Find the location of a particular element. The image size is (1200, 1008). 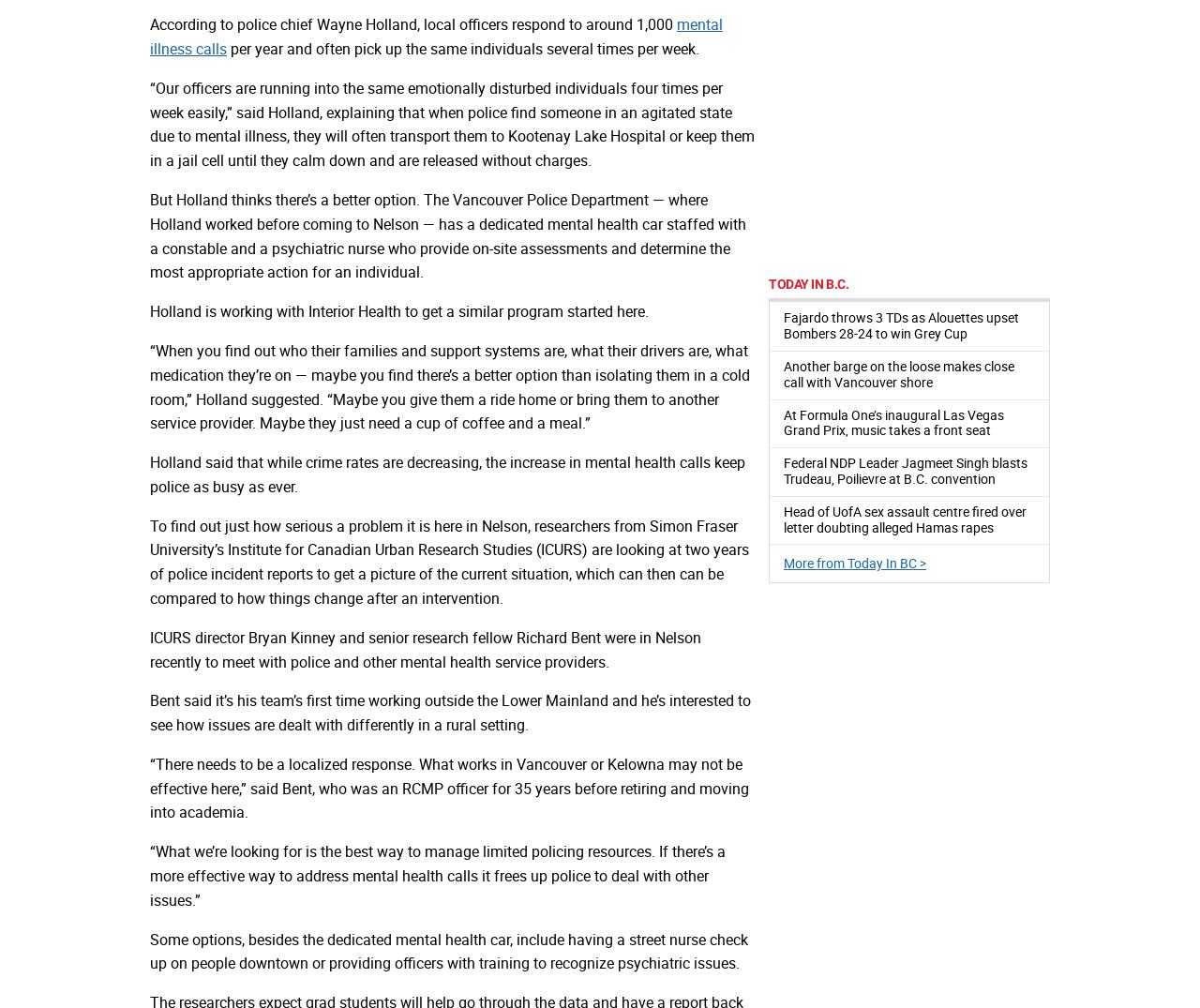

'More from Today In BC >' is located at coordinates (783, 562).